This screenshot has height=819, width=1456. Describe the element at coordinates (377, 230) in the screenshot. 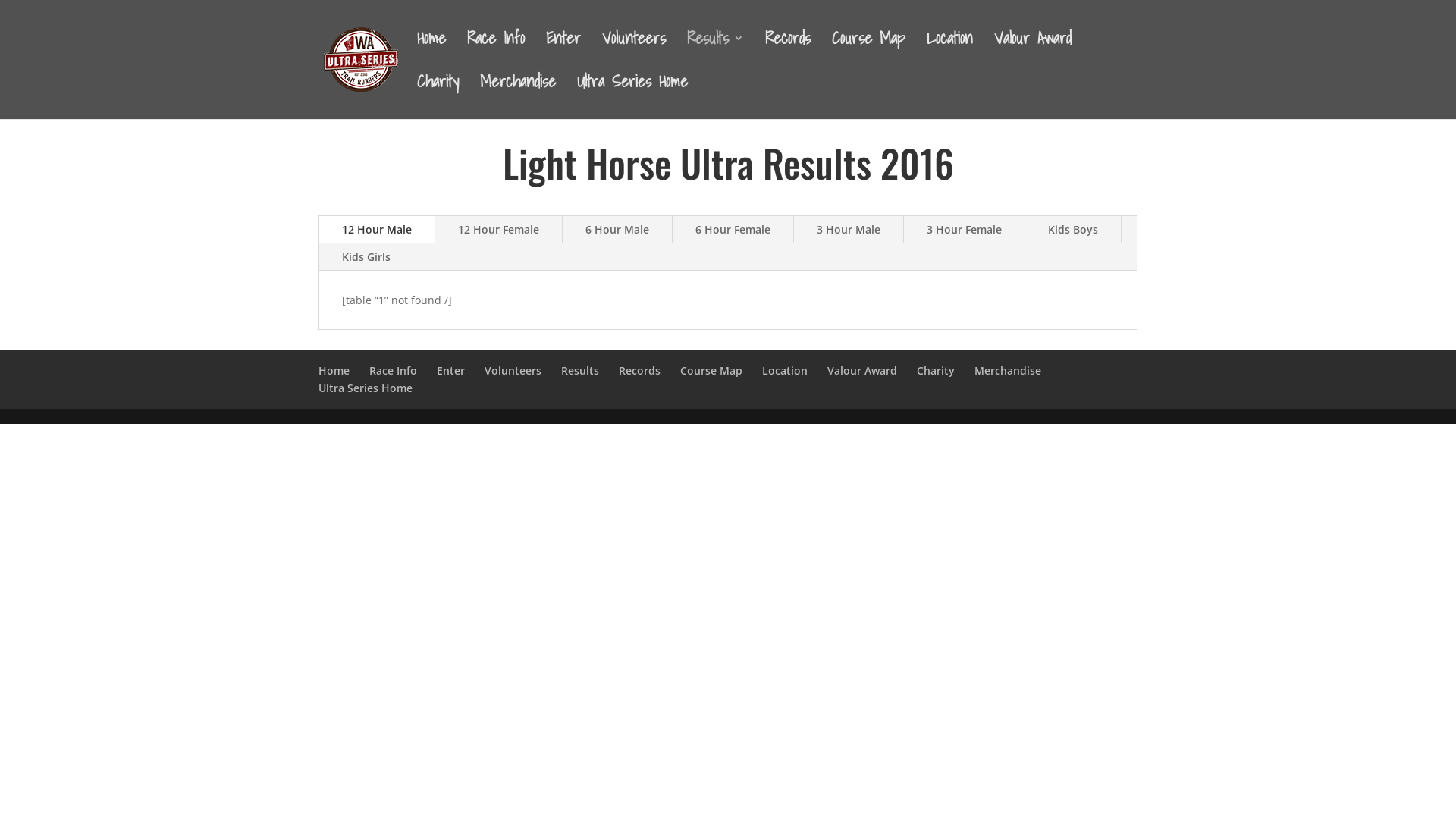

I see `'12 Hour Male'` at that location.